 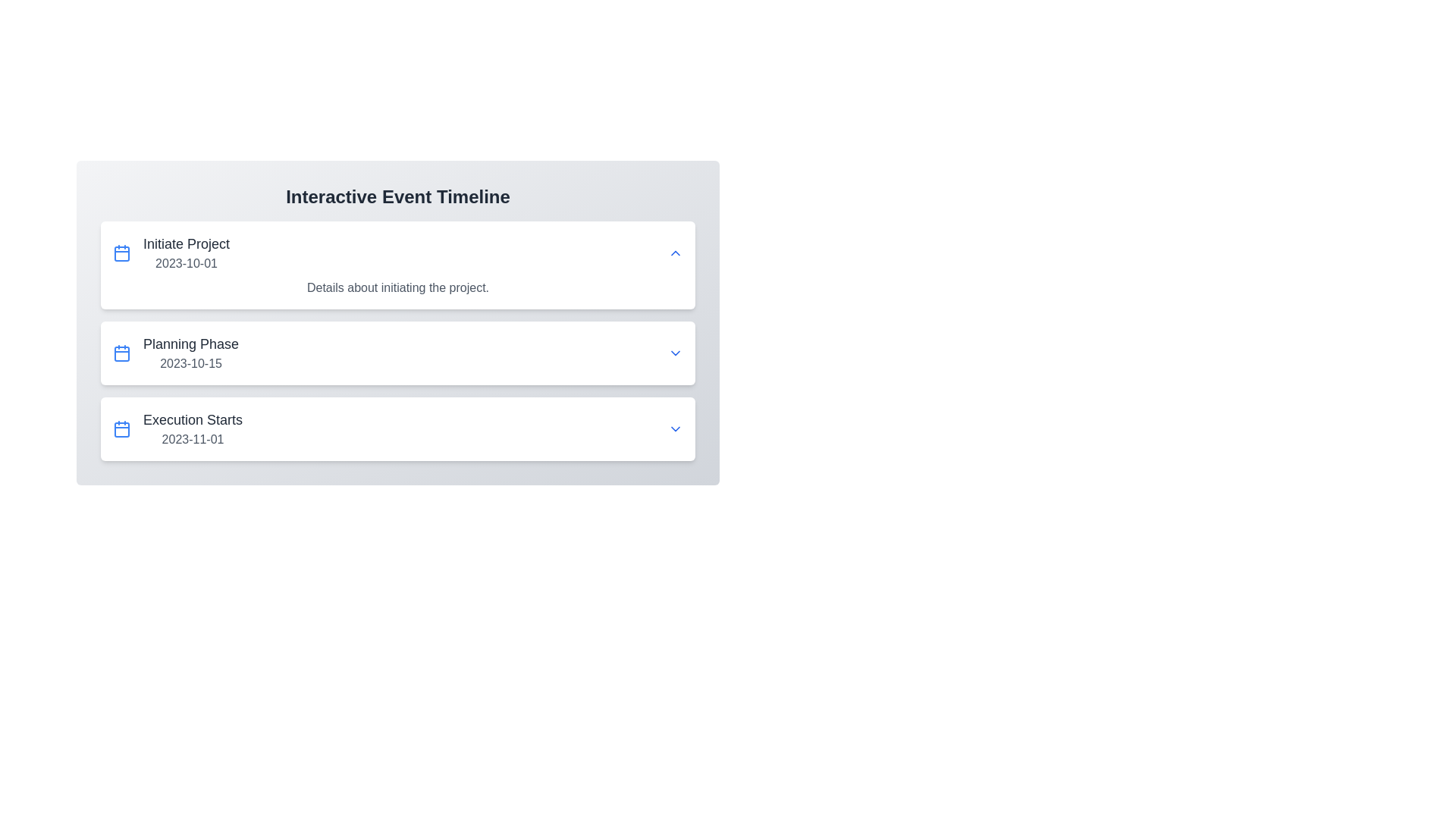 What do you see at coordinates (675, 253) in the screenshot?
I see `the blue upward-pointing chevron icon located on the far right of the 'Initiate Project 2023-10-01' section` at bounding box center [675, 253].